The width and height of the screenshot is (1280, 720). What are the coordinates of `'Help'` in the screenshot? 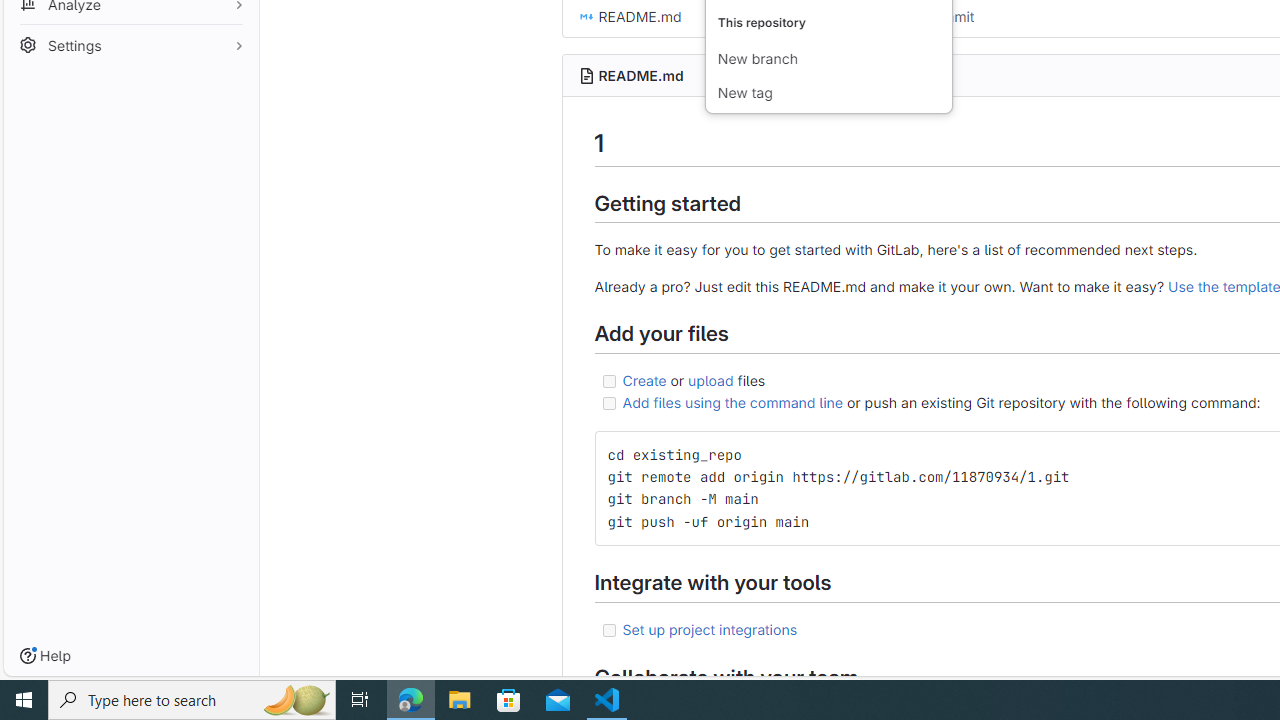 It's located at (45, 655).